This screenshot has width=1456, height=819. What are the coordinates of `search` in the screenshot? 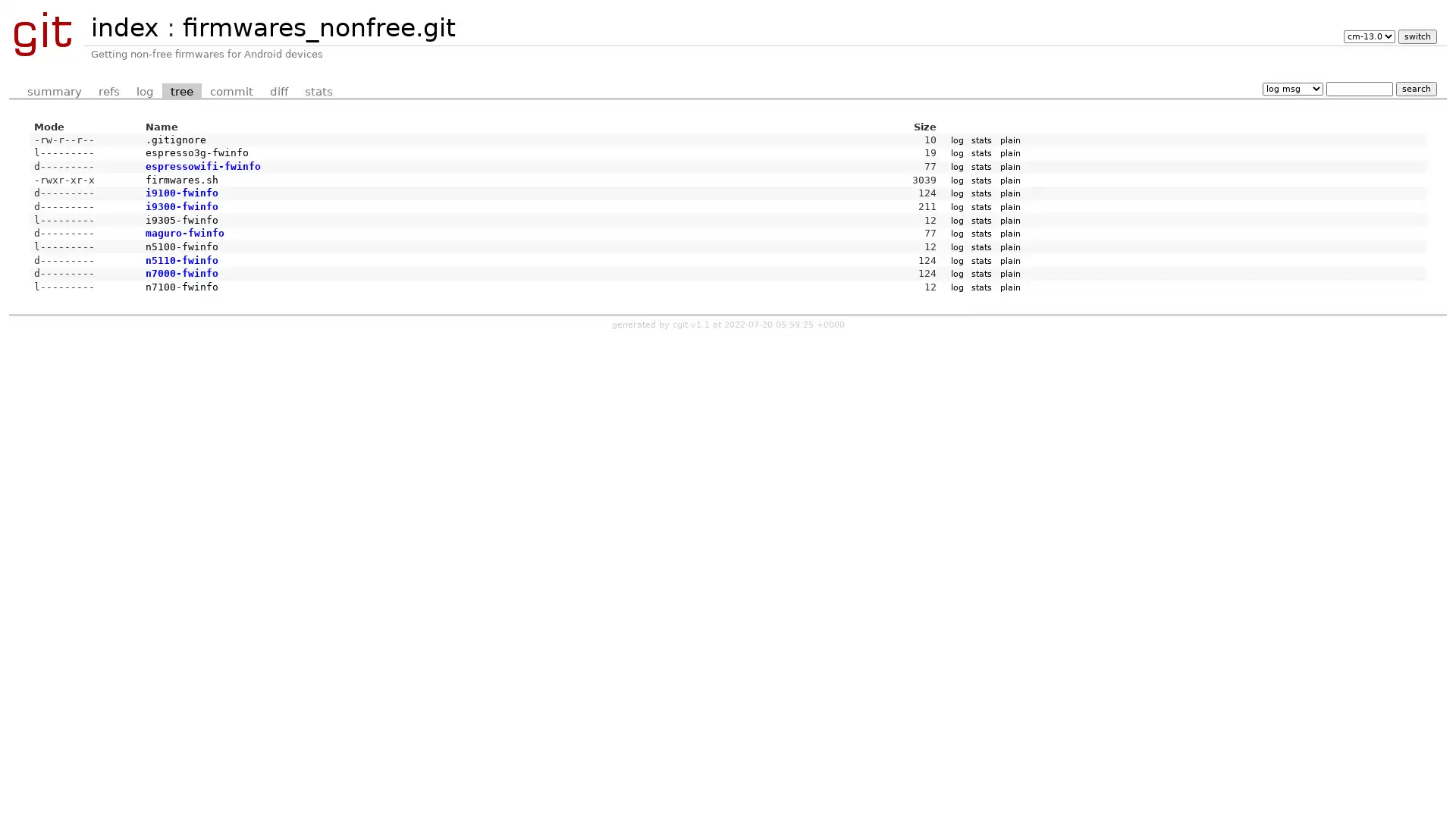 It's located at (1415, 88).